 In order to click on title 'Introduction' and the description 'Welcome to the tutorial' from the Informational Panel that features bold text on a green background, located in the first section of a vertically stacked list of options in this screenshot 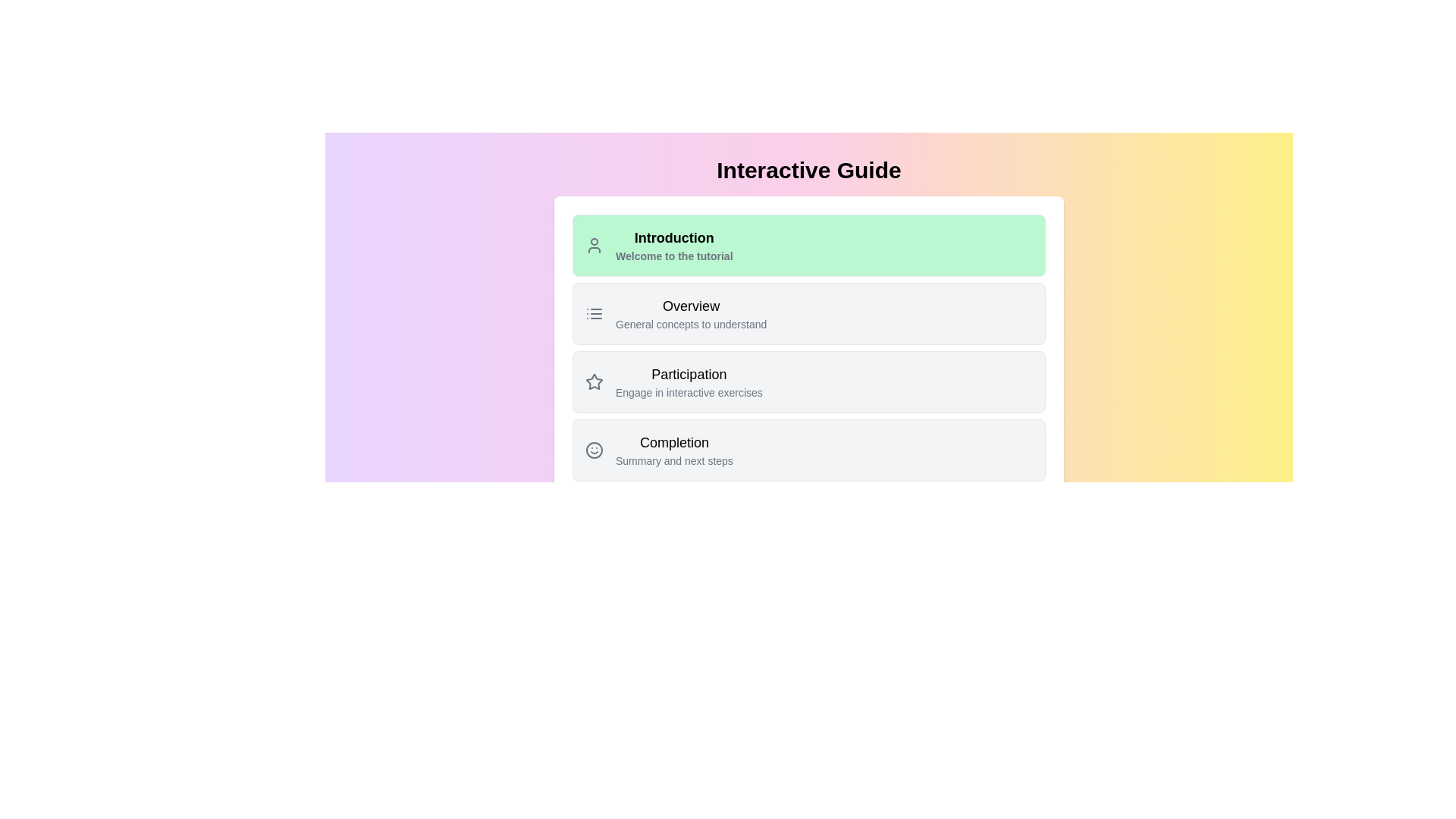, I will do `click(673, 245)`.